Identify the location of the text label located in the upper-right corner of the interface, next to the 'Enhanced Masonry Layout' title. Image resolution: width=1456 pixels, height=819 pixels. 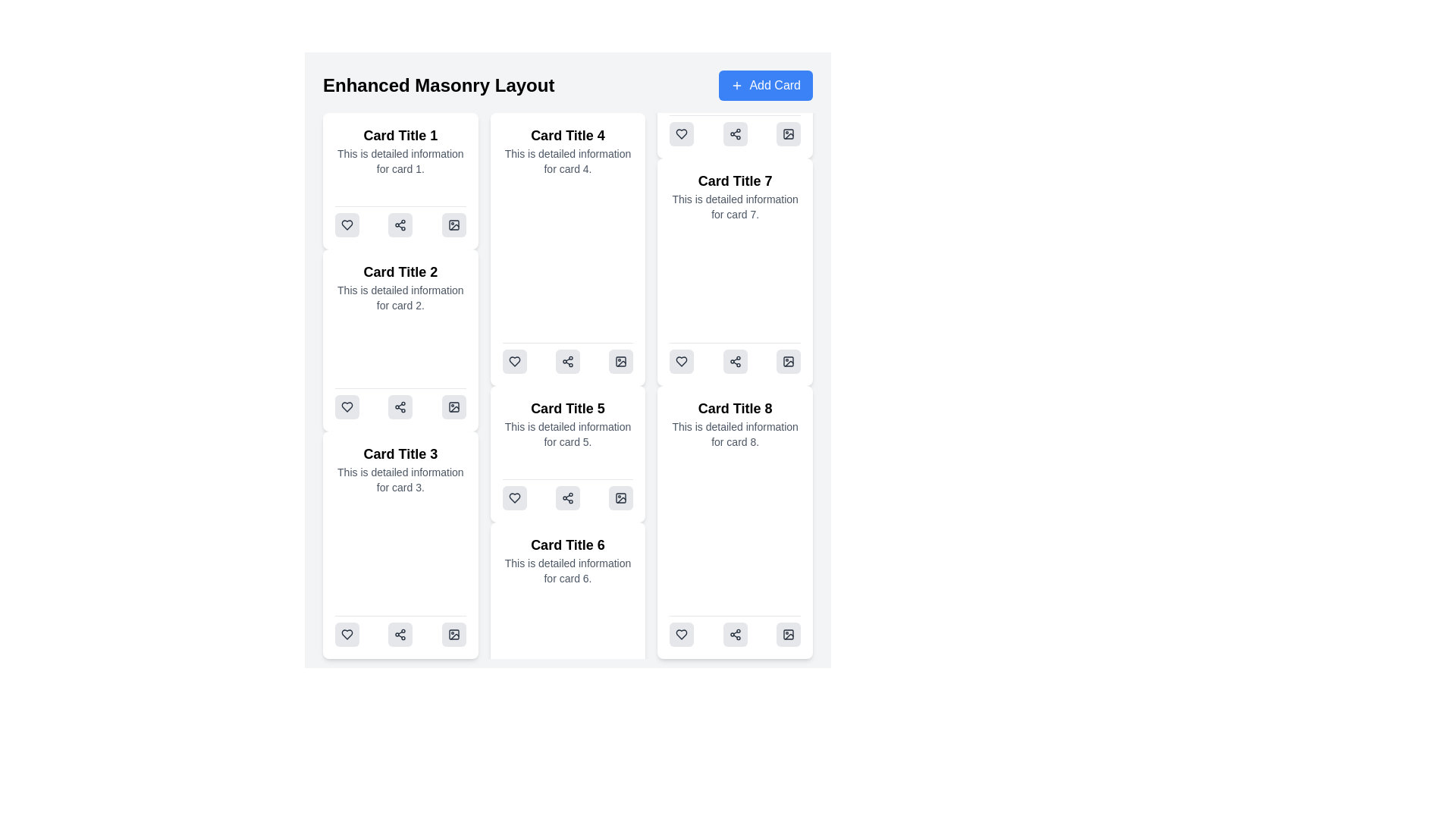
(775, 85).